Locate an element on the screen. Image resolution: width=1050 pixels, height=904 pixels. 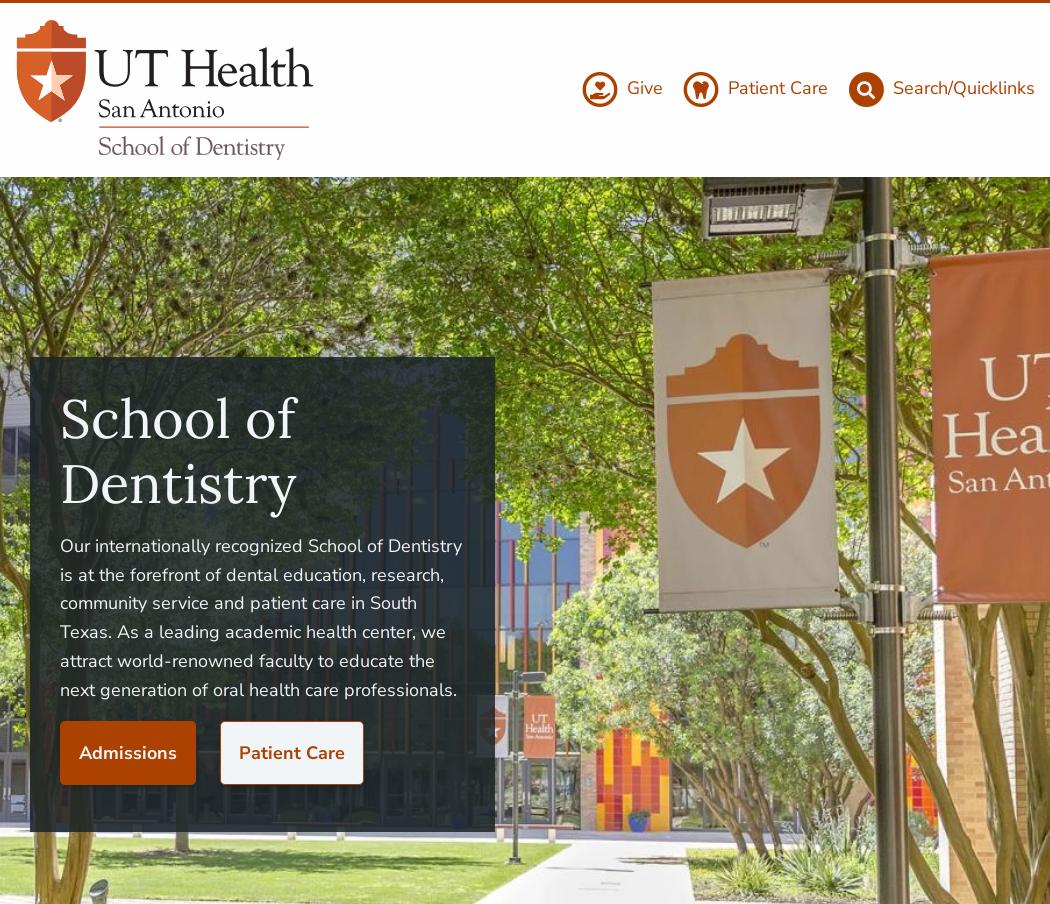
'News' is located at coordinates (1000, 499).